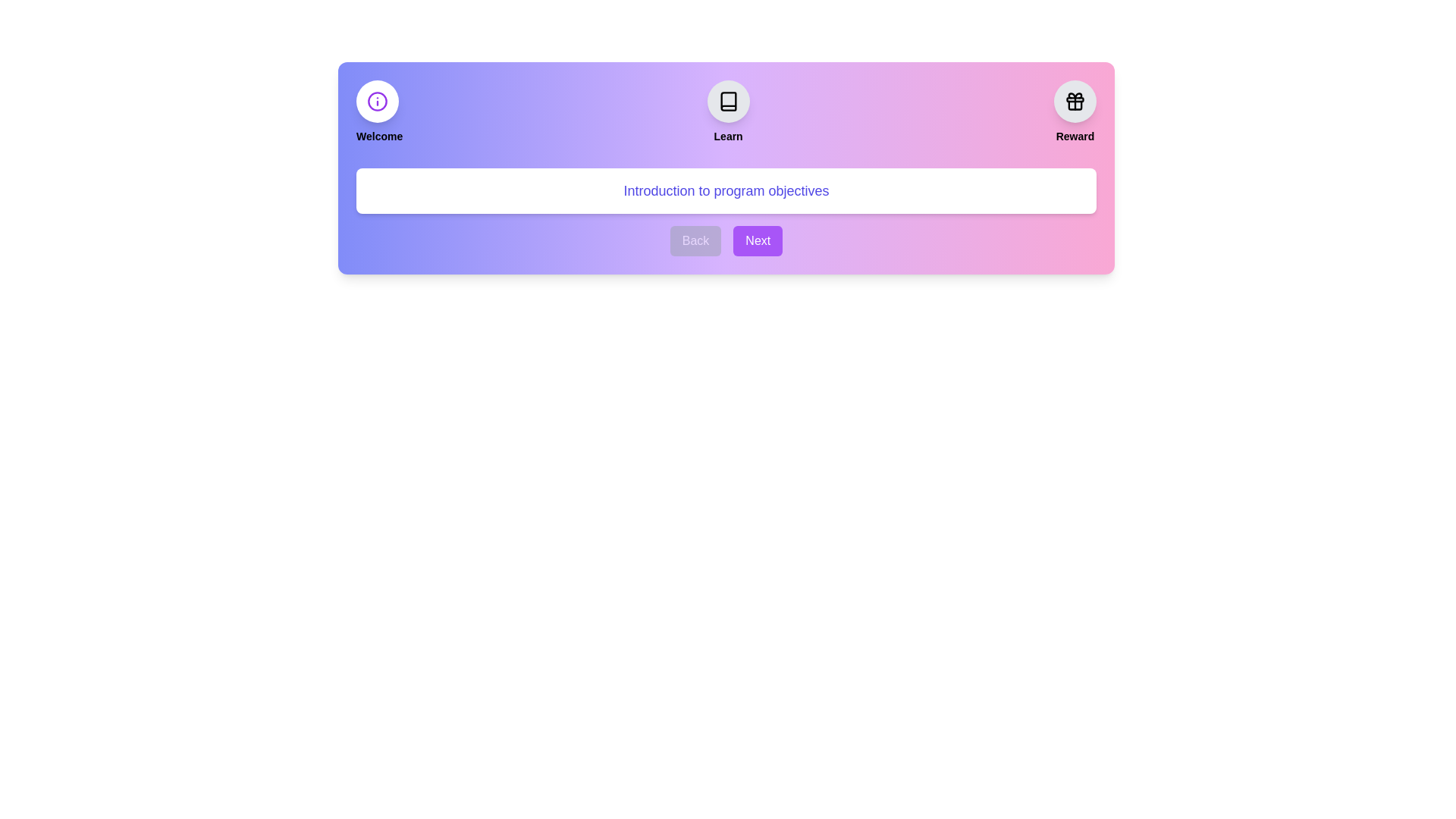 The height and width of the screenshot is (819, 1456). Describe the element at coordinates (728, 102) in the screenshot. I see `the step icon for Learn to view its details` at that location.